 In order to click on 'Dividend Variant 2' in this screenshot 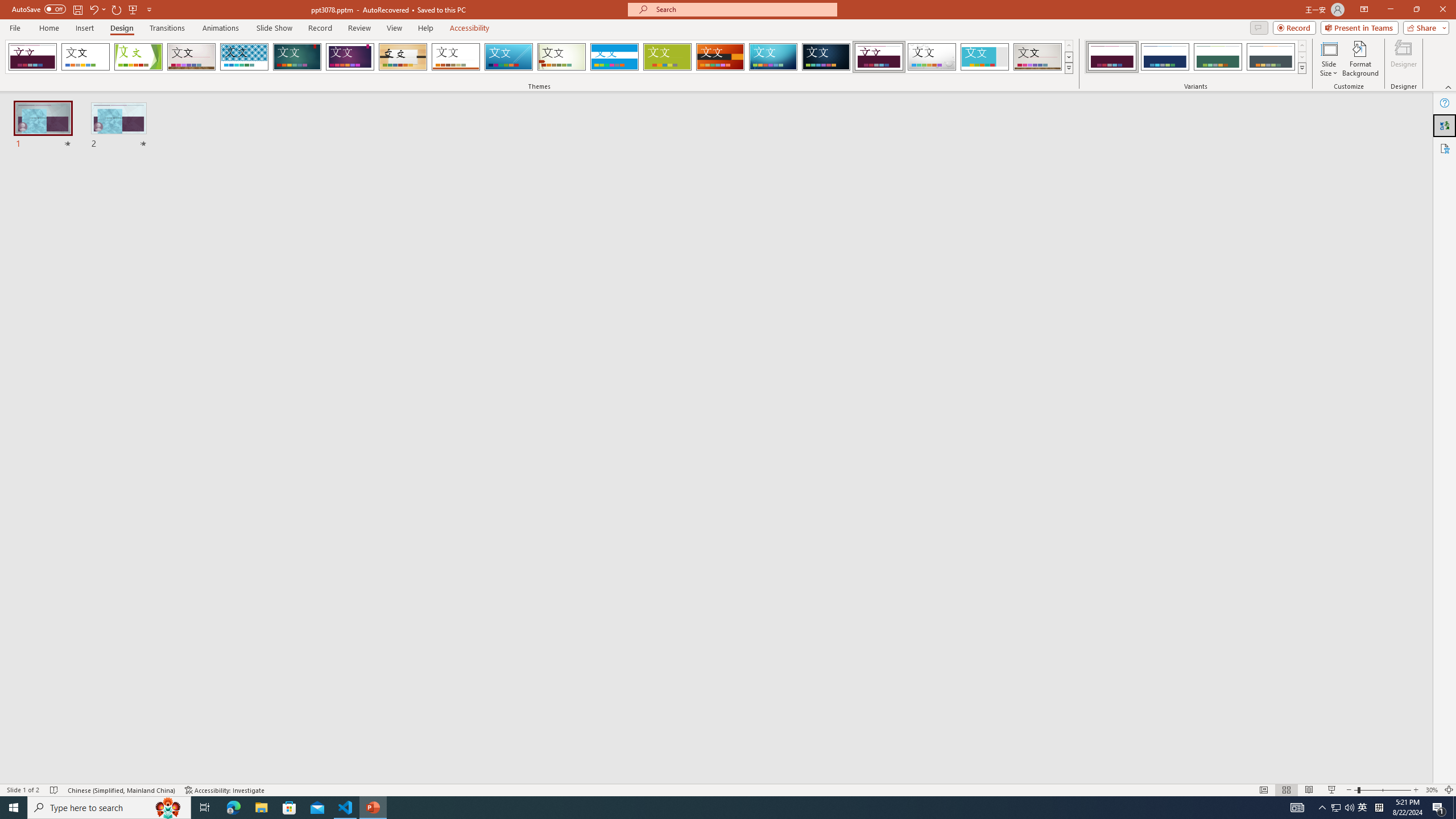, I will do `click(1164, 56)`.